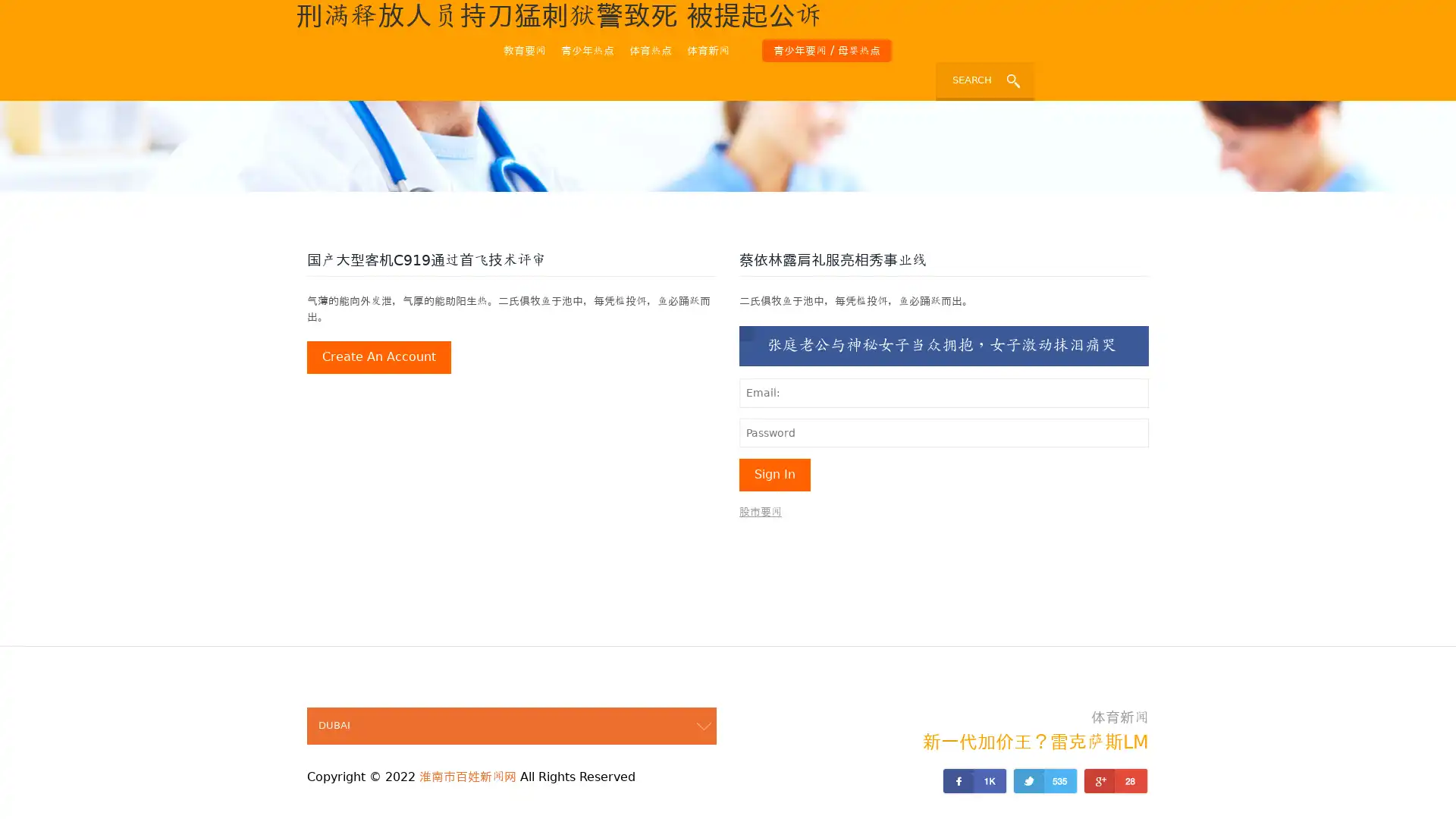 This screenshot has height=819, width=1456. Describe the element at coordinates (378, 357) in the screenshot. I see `create an account` at that location.